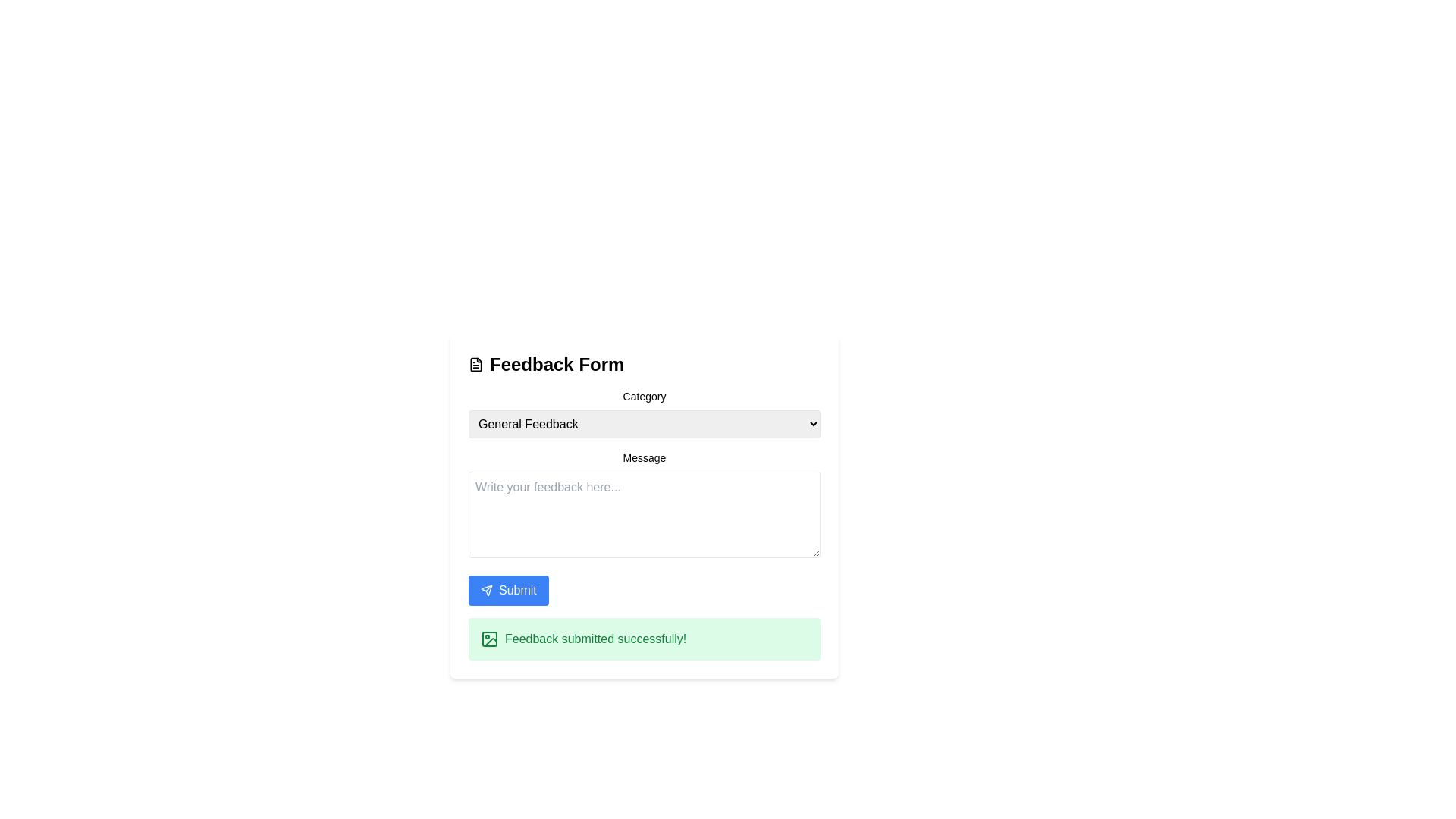  What do you see at coordinates (487, 590) in the screenshot?
I see `the icon inside the blue 'Submit' button located at the bottom-left of the 'Feedback Form' interface` at bounding box center [487, 590].